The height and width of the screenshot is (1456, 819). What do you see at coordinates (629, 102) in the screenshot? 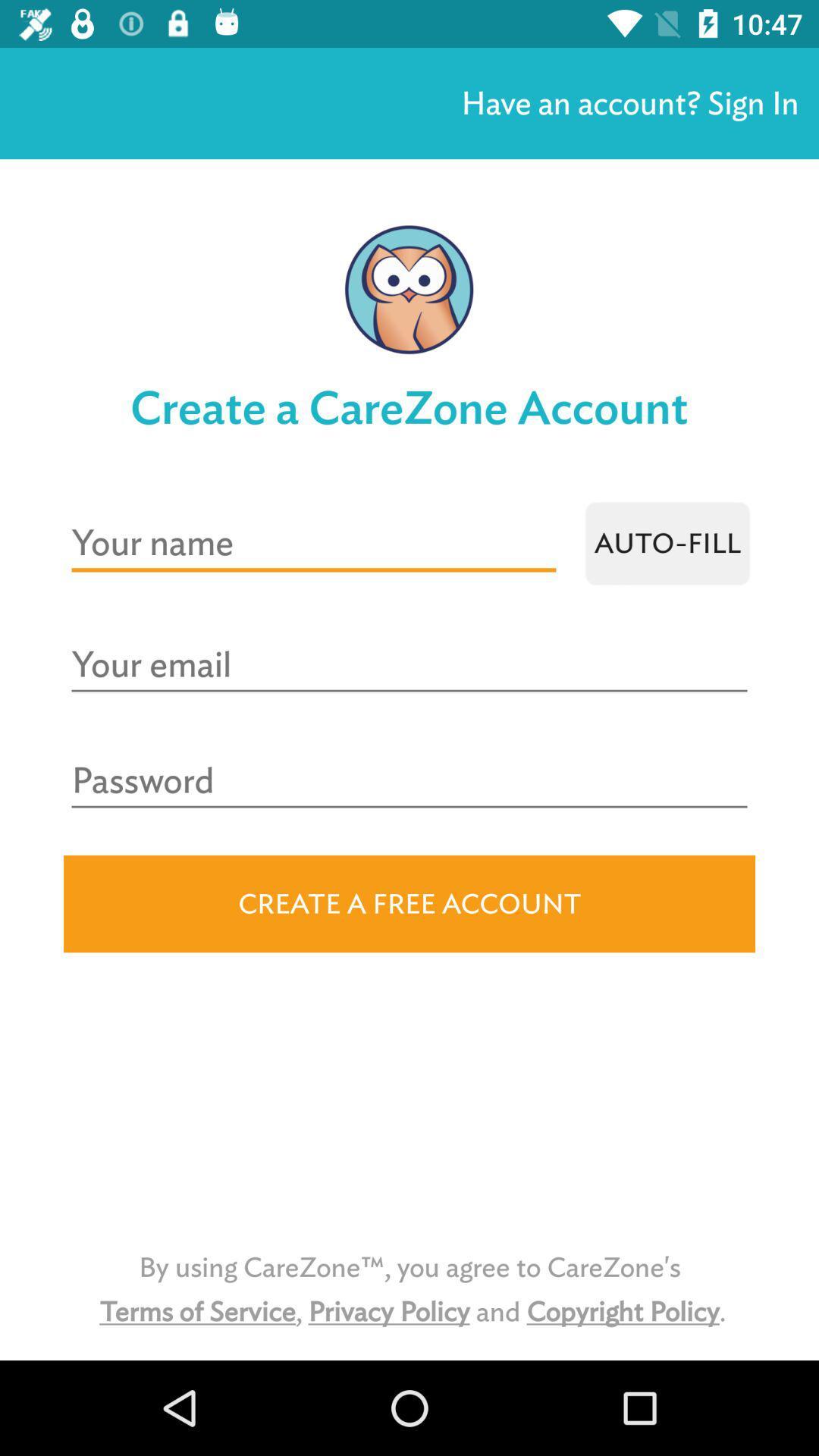
I see `icon above the create a carezone` at bounding box center [629, 102].